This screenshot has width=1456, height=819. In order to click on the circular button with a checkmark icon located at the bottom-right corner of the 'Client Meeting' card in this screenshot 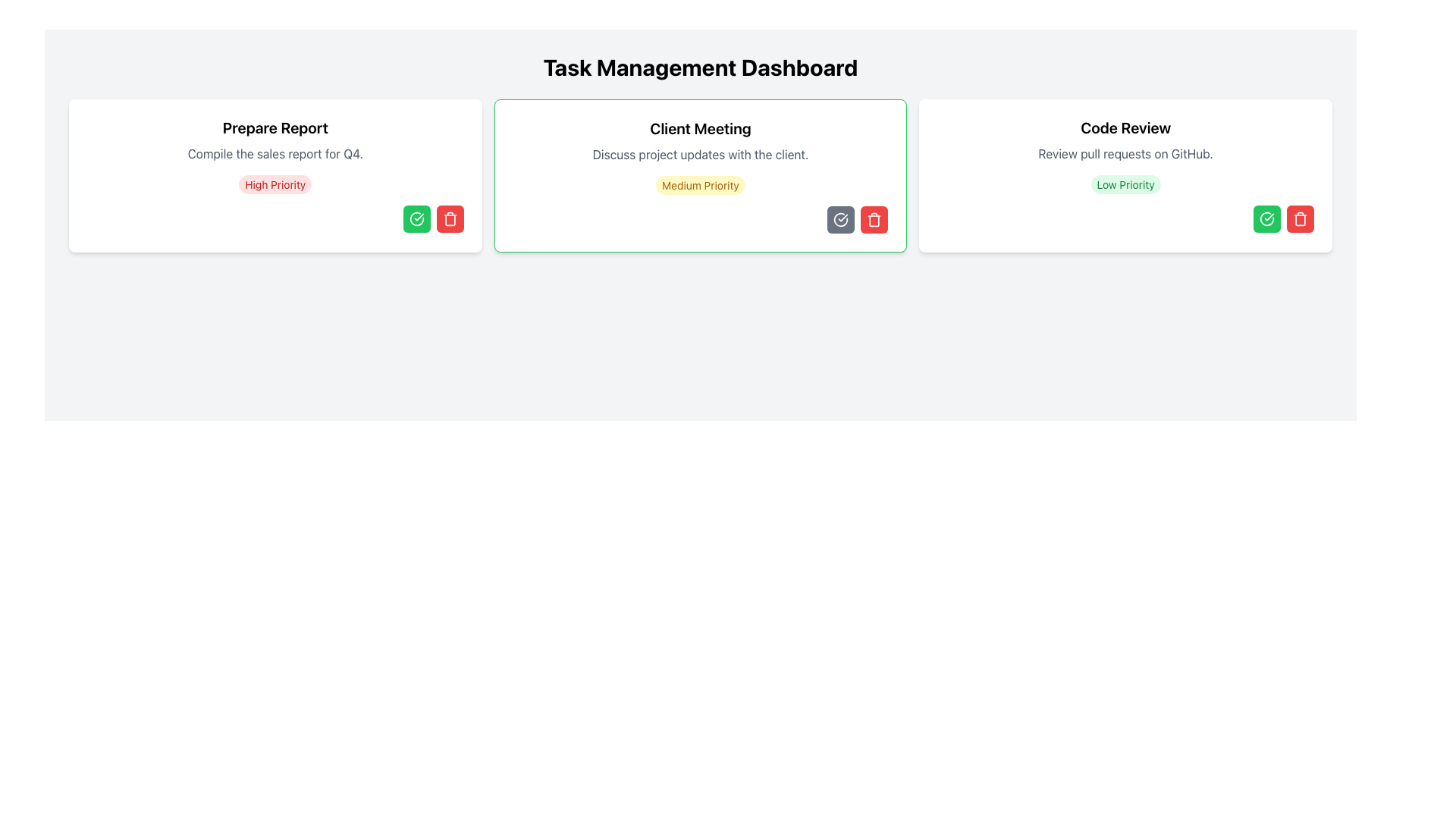, I will do `click(840, 219)`.